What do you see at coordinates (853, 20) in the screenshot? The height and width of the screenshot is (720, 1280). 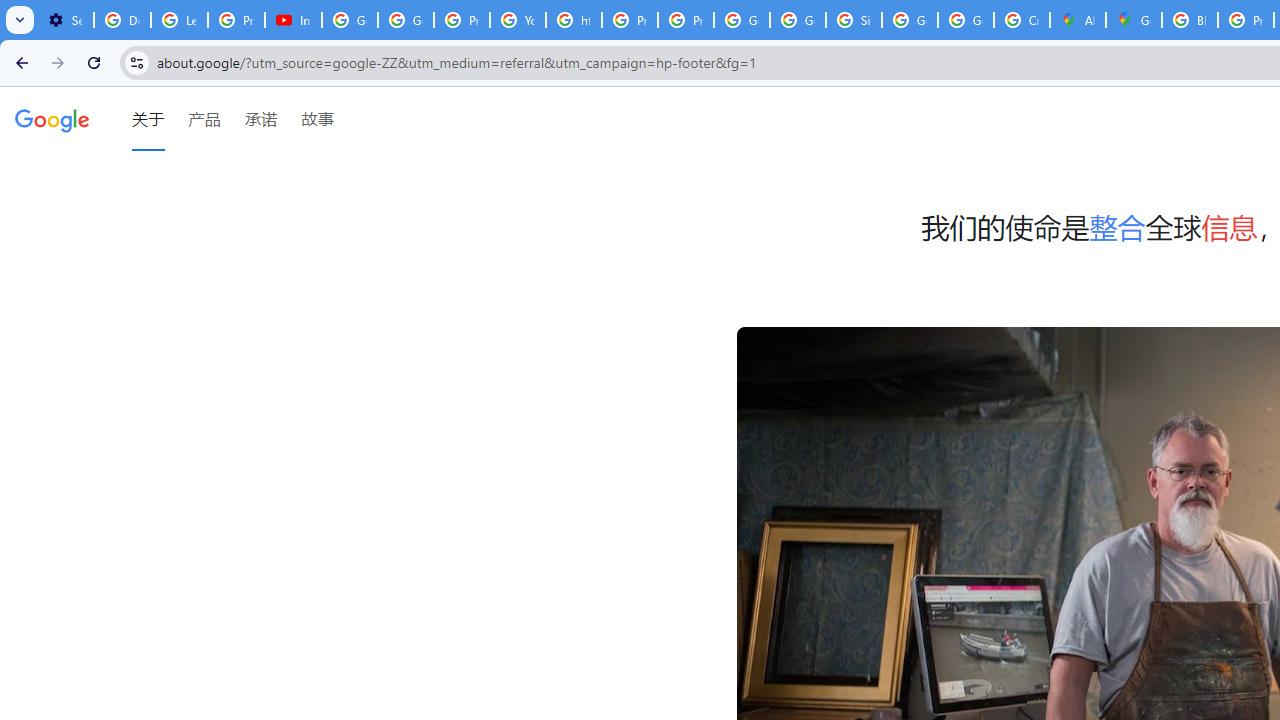 I see `'Sign in - Google Accounts'` at bounding box center [853, 20].